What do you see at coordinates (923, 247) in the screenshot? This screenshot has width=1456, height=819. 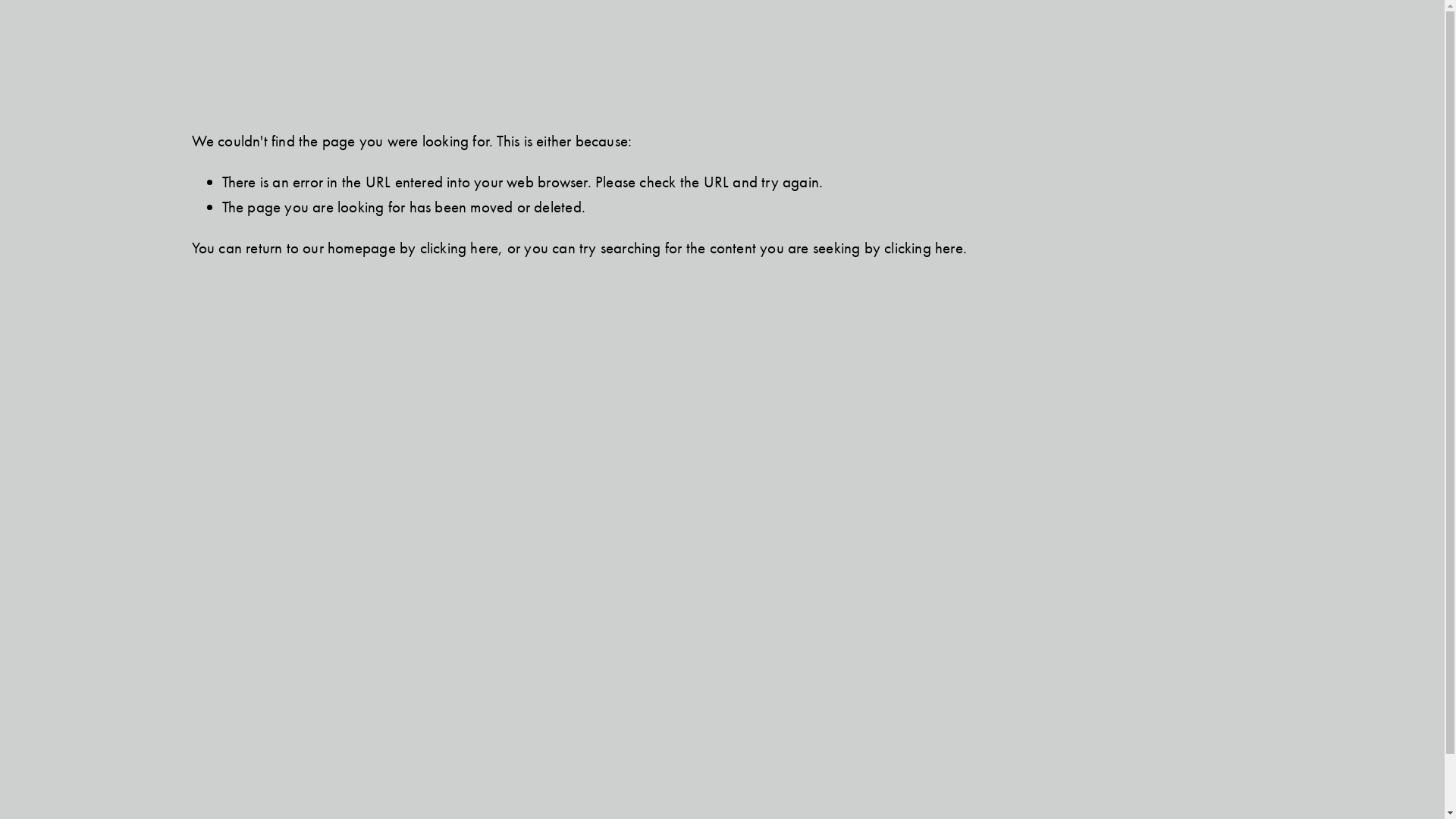 I see `'clicking here'` at bounding box center [923, 247].